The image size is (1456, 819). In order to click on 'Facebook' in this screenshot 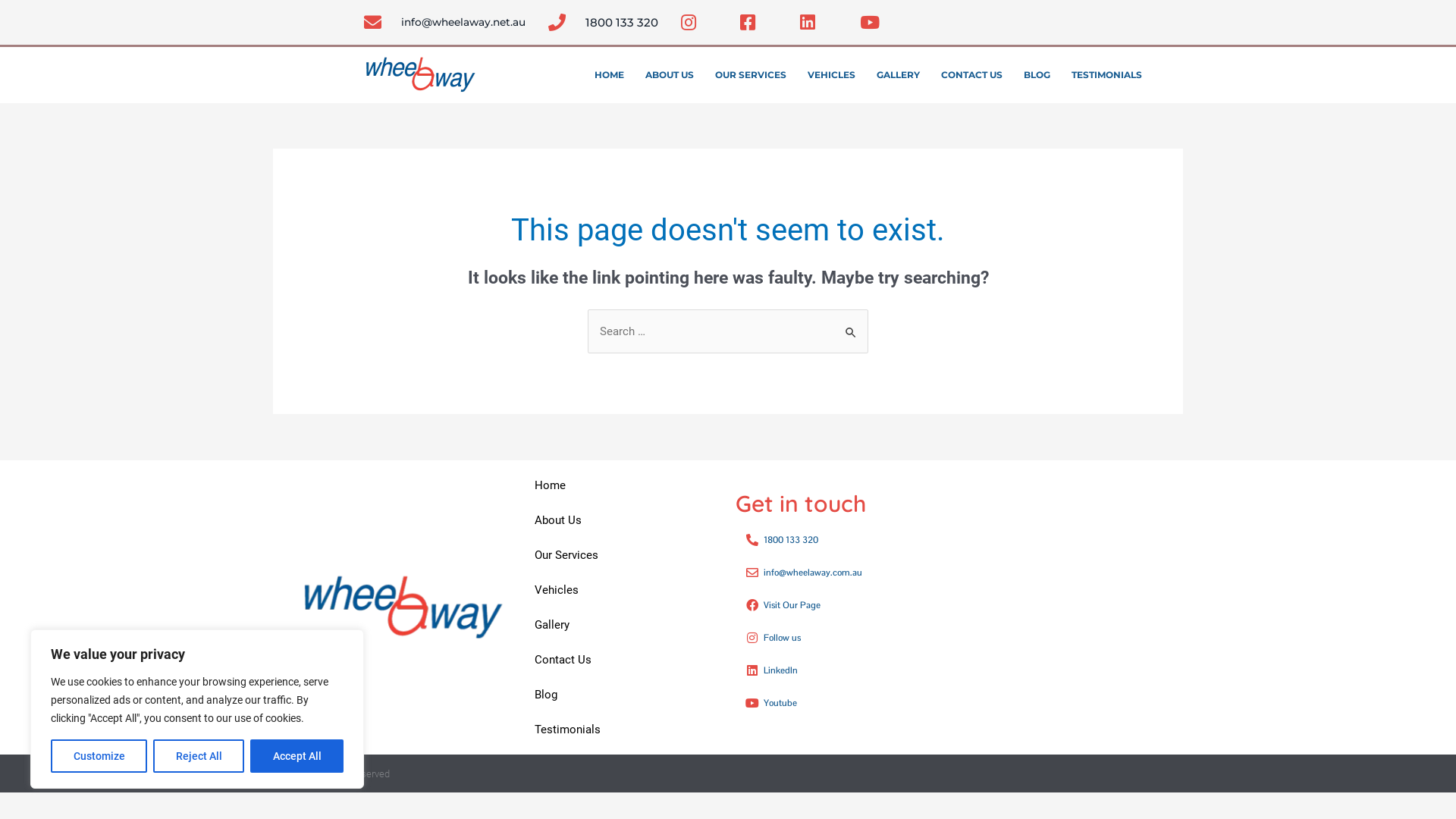, I will do `click(1022, 773)`.